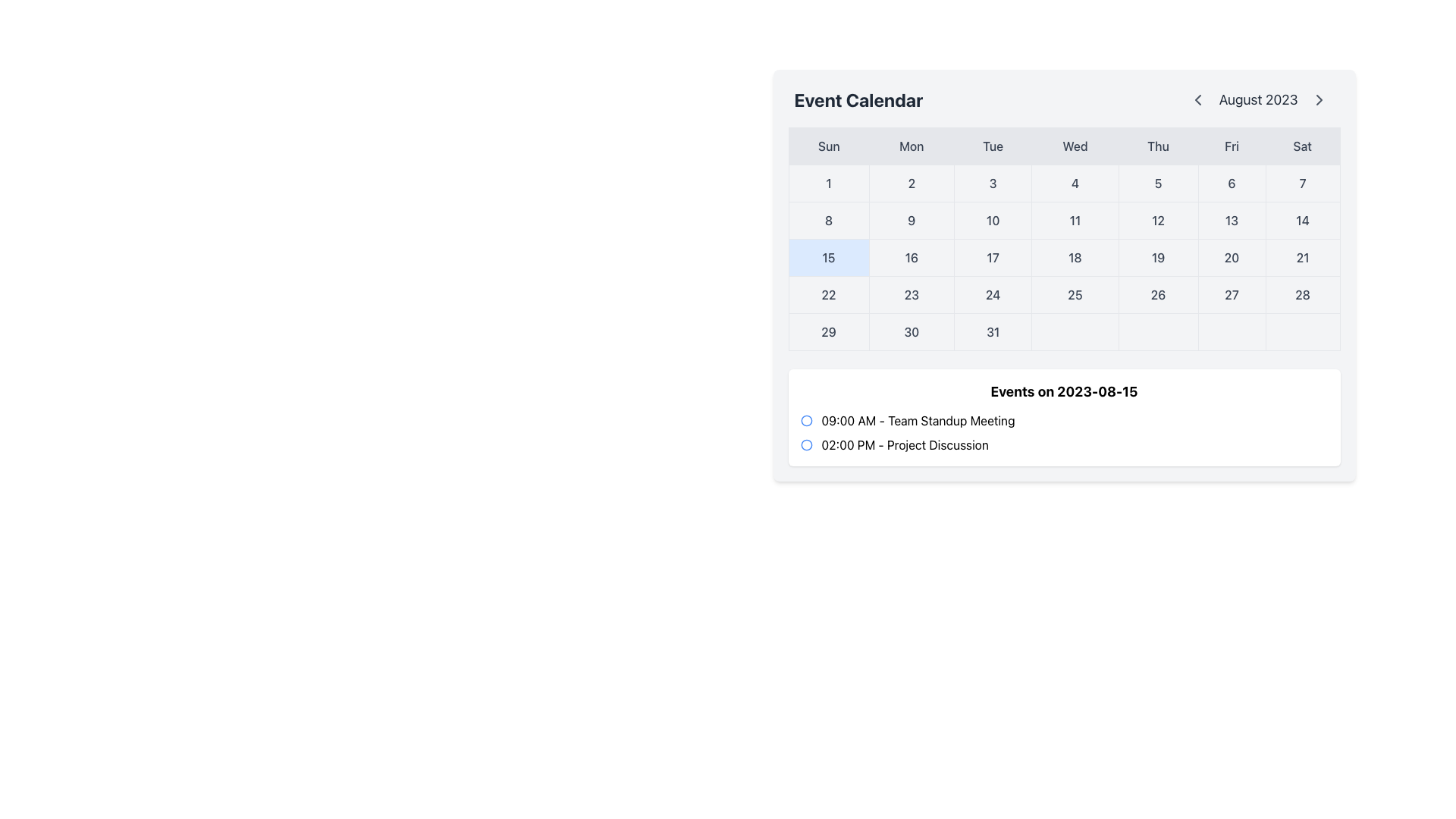  What do you see at coordinates (828, 220) in the screenshot?
I see `the calendar day button displaying the number '8'` at bounding box center [828, 220].